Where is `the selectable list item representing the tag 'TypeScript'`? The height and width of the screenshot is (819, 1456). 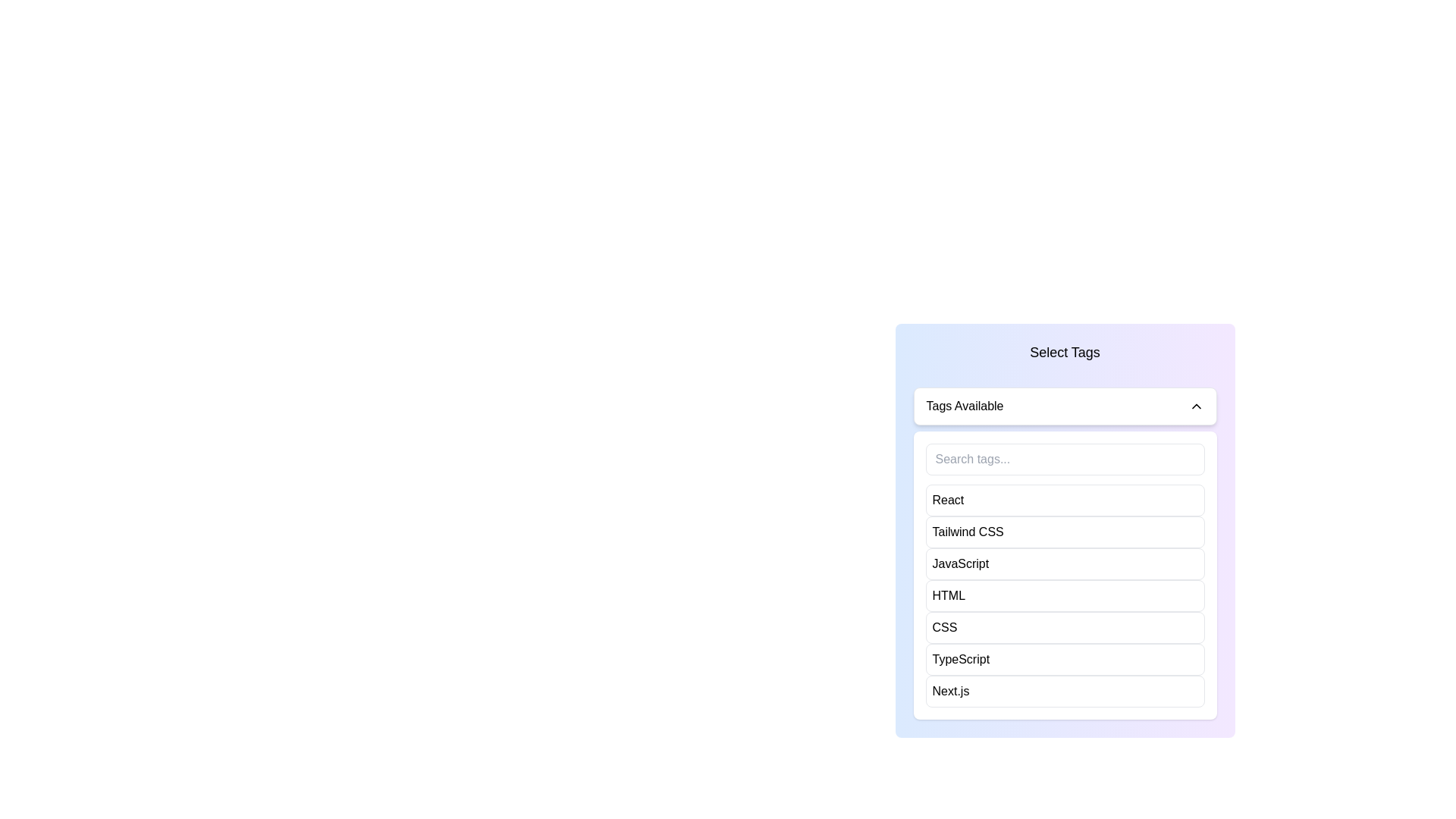
the selectable list item representing the tag 'TypeScript' is located at coordinates (1064, 659).